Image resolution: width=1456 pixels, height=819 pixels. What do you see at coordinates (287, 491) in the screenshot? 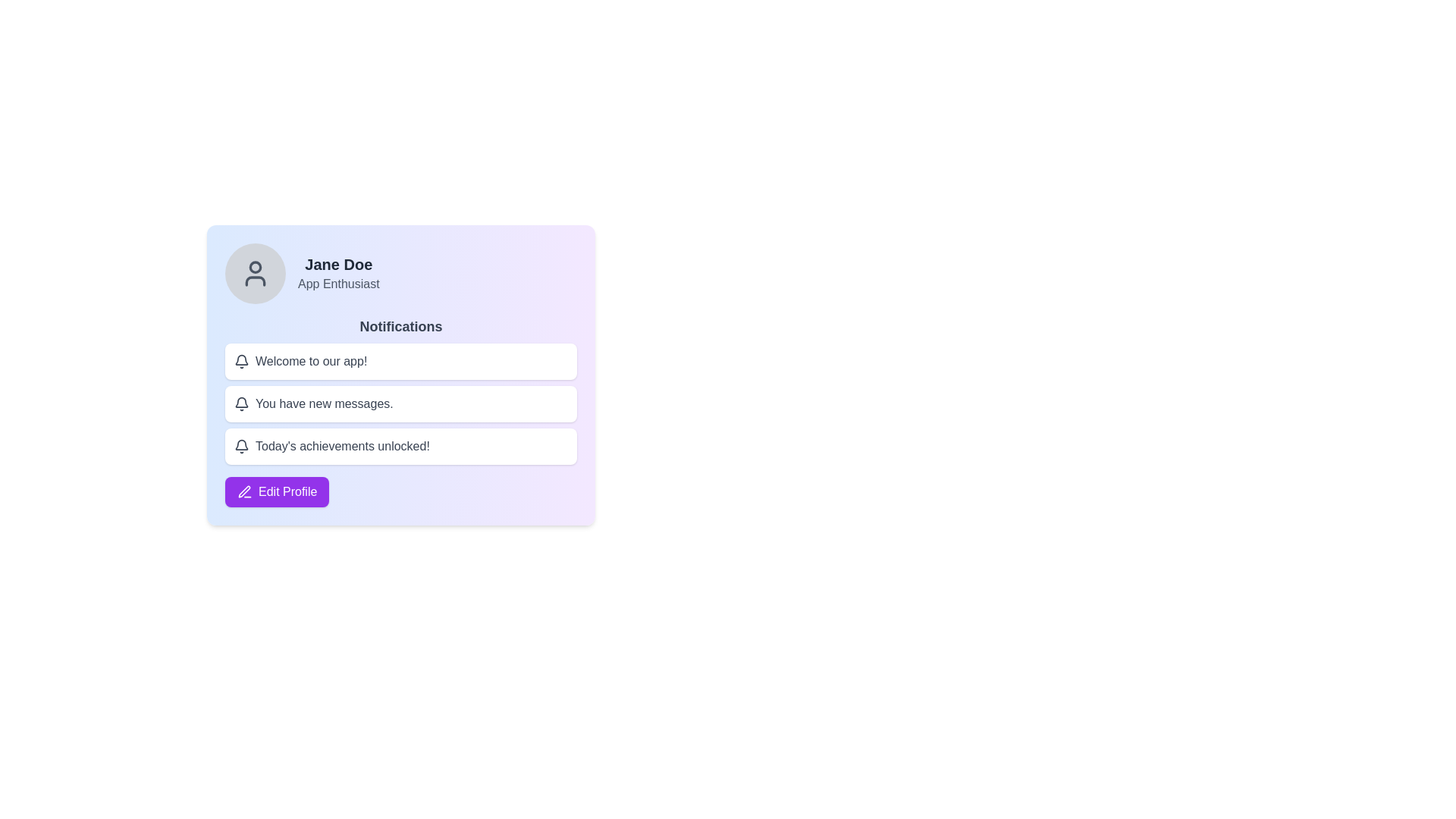
I see `the button labeled 'Edit Profile' which is styled with a bold white font on a purple background, located at the bottom of the user profile card` at bounding box center [287, 491].